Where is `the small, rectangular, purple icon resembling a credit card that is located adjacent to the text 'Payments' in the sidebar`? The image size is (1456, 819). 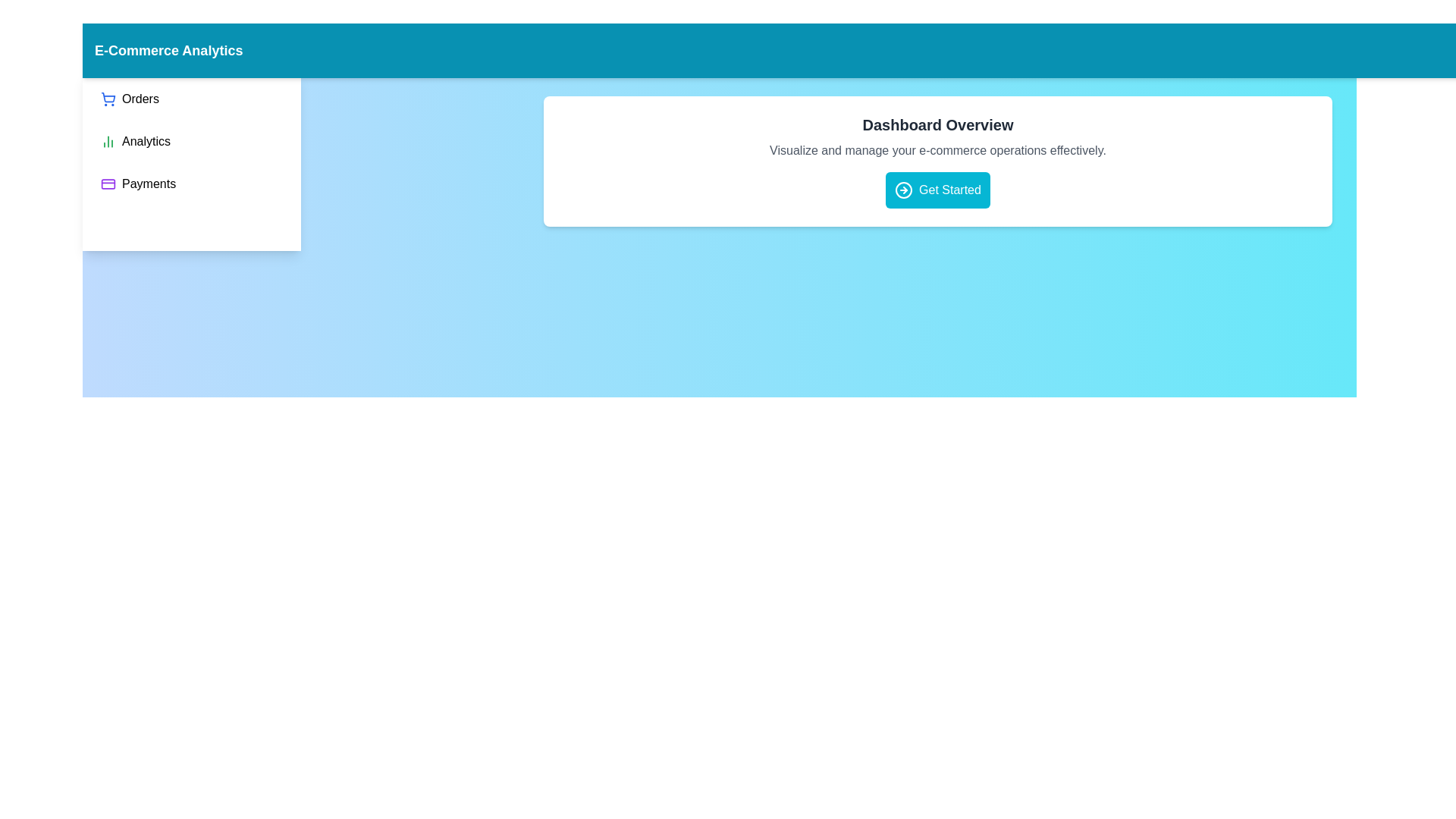
the small, rectangular, purple icon resembling a credit card that is located adjacent to the text 'Payments' in the sidebar is located at coordinates (108, 184).